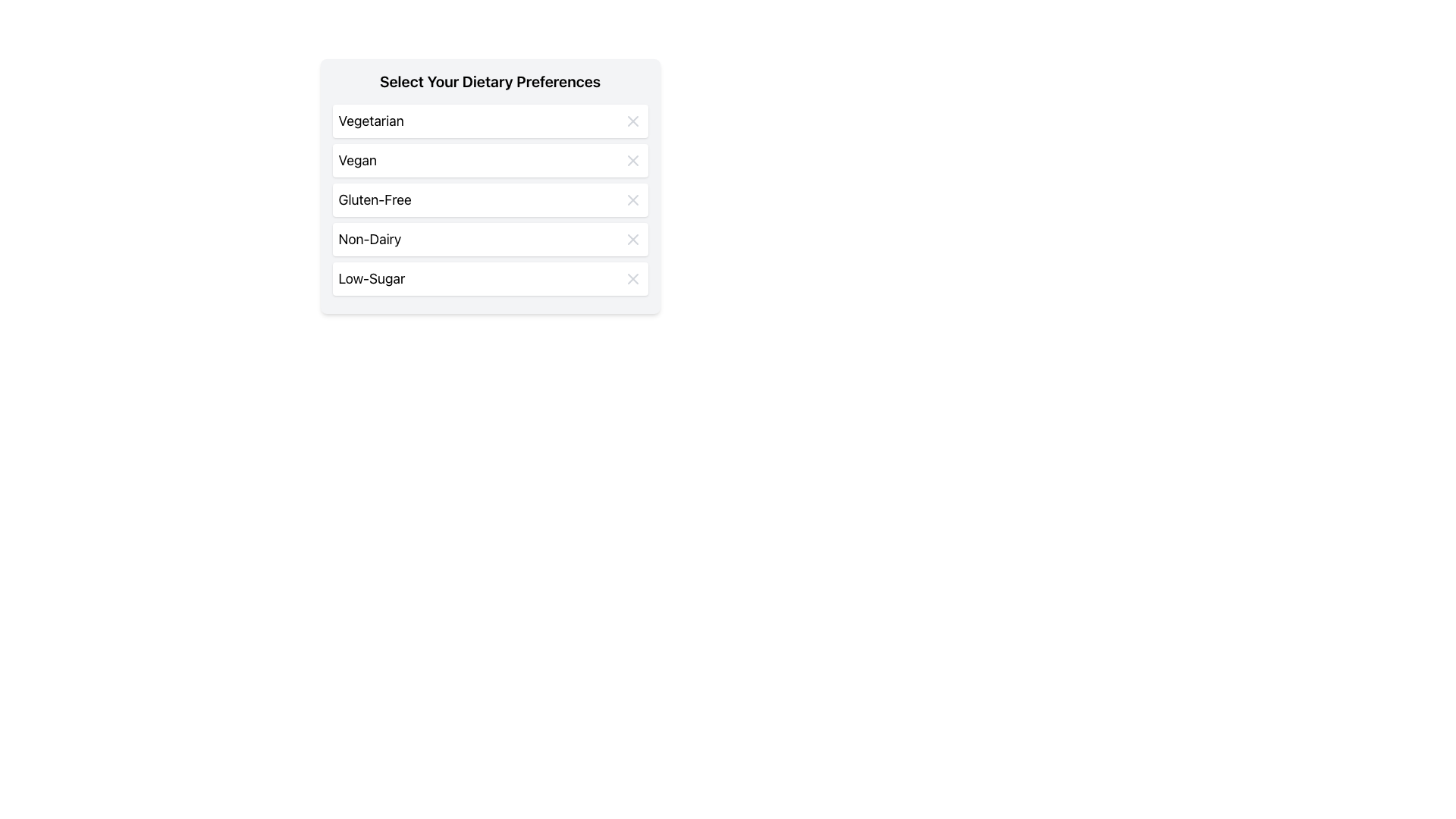 The image size is (1456, 819). What do you see at coordinates (632, 199) in the screenshot?
I see `the small gray '×' icon button located to the right of the 'Gluten-Free' list item` at bounding box center [632, 199].